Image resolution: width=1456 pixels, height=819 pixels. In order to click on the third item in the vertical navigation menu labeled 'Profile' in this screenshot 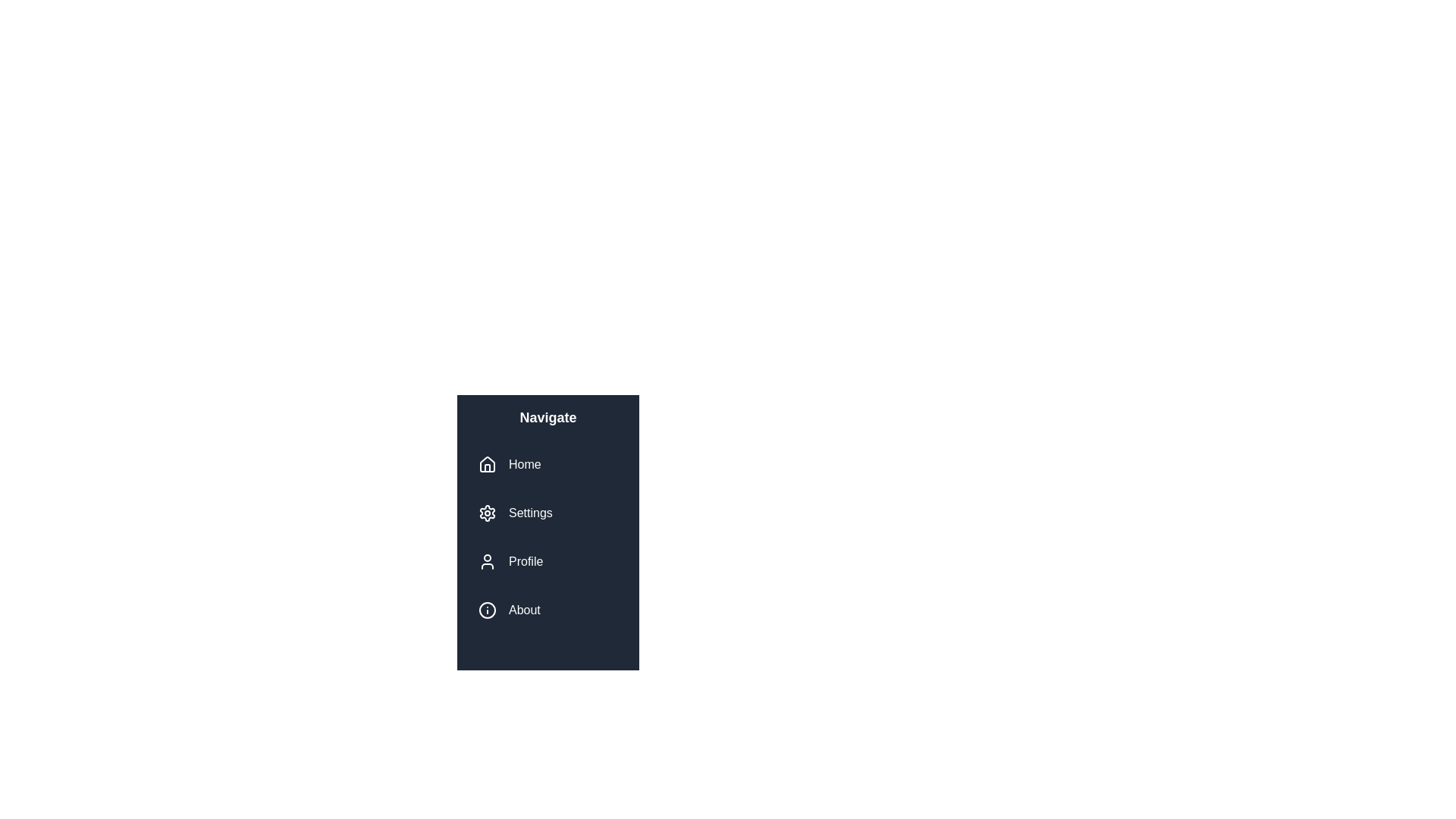, I will do `click(526, 561)`.